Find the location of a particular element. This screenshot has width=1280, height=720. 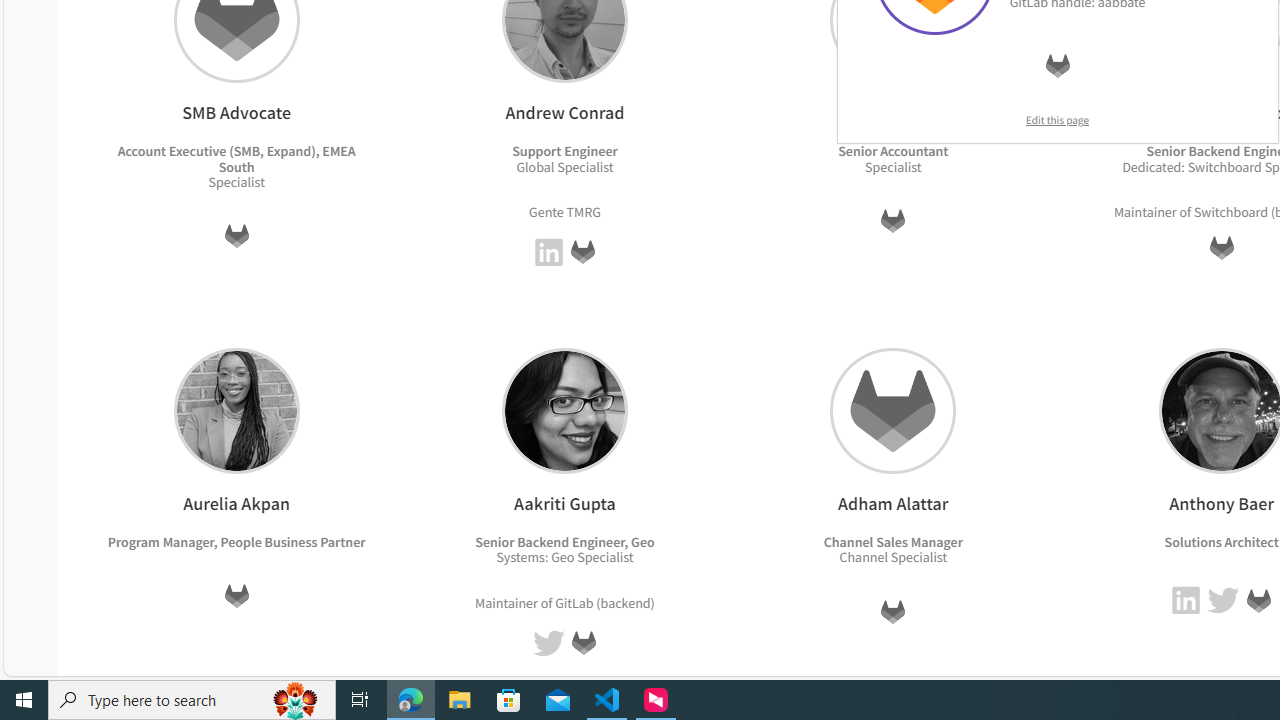

'Support Engineer' is located at coordinates (564, 150).